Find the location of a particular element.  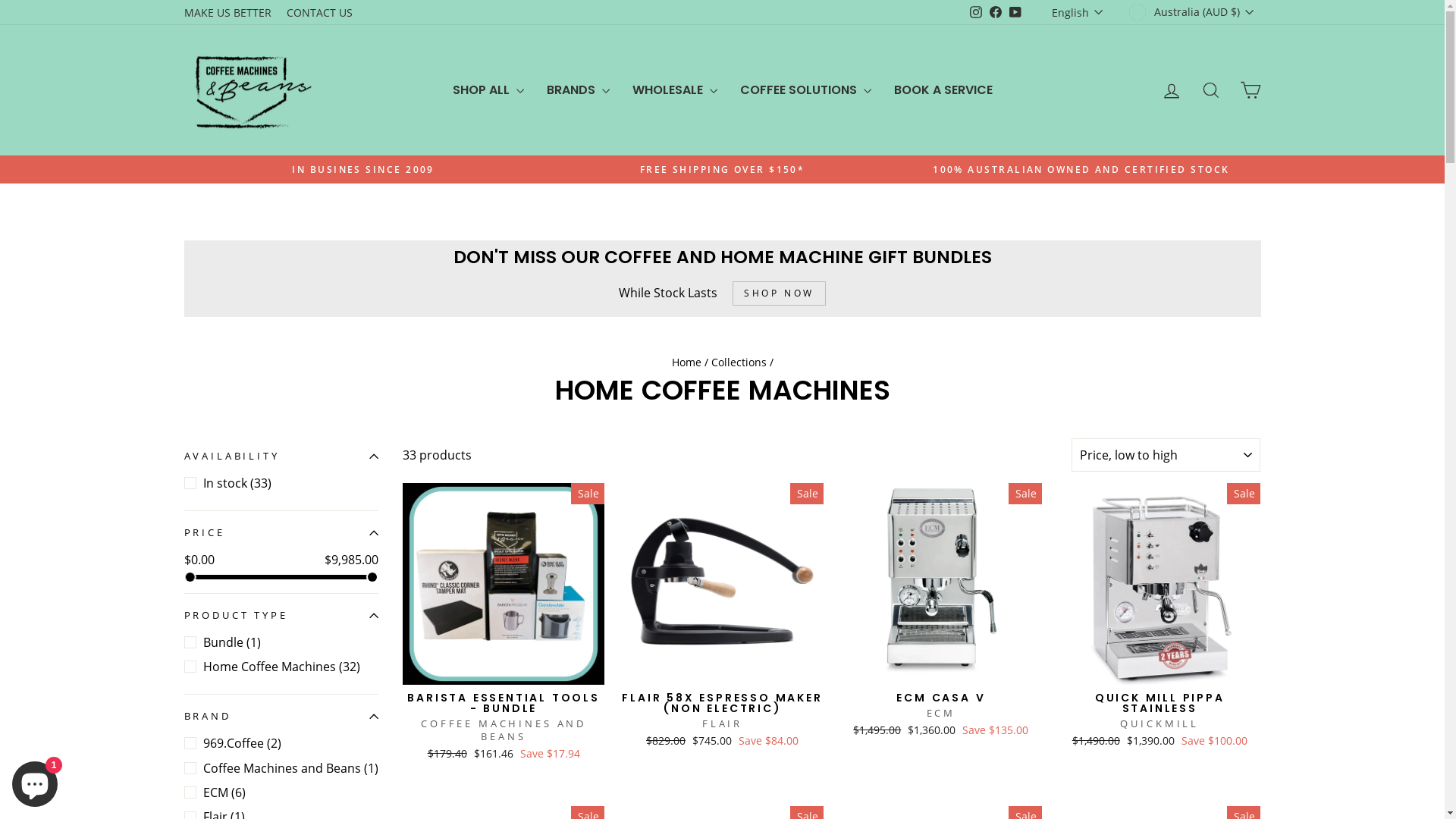

'Instagram' is located at coordinates (975, 12).